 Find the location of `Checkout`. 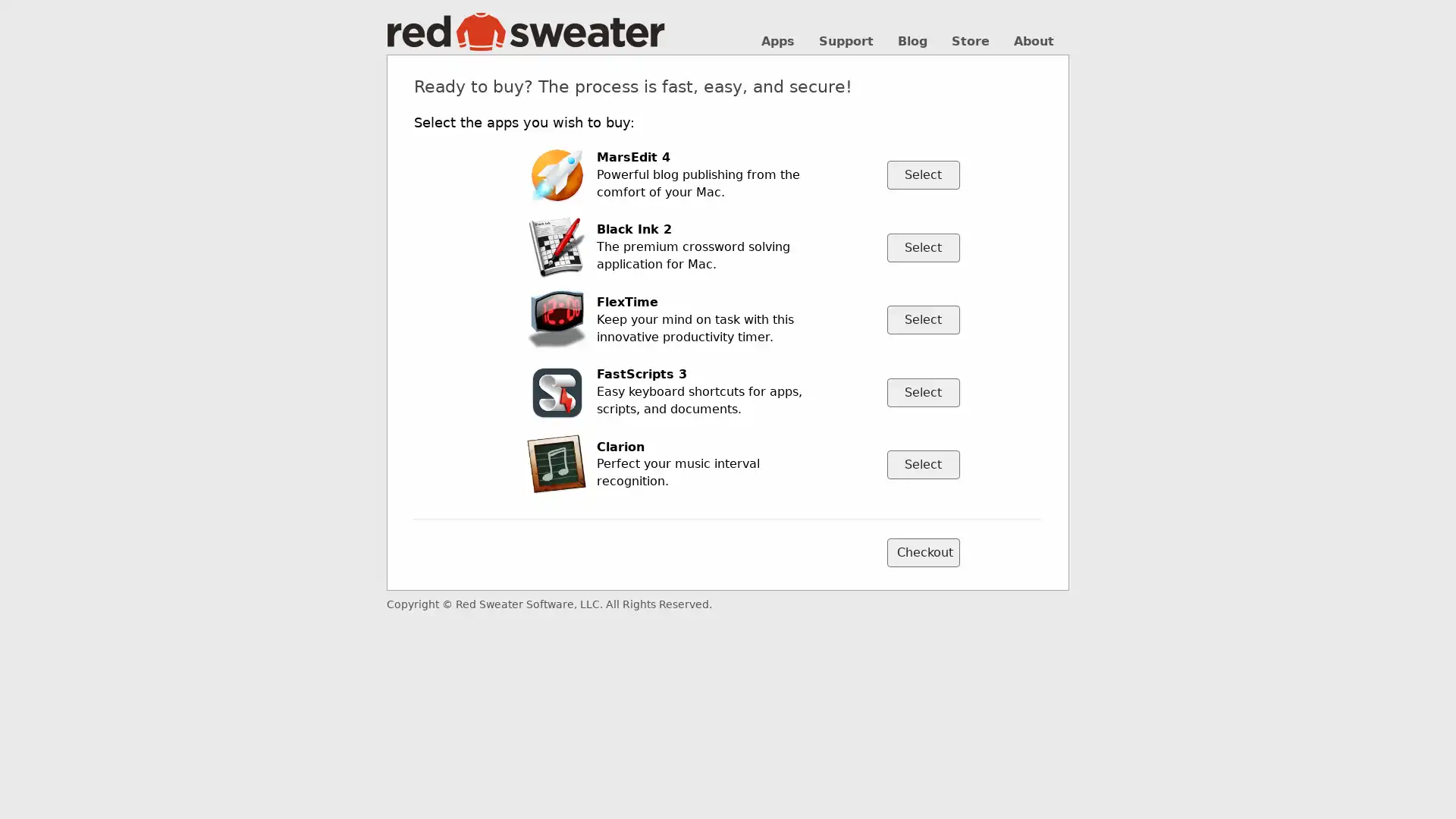

Checkout is located at coordinates (922, 553).